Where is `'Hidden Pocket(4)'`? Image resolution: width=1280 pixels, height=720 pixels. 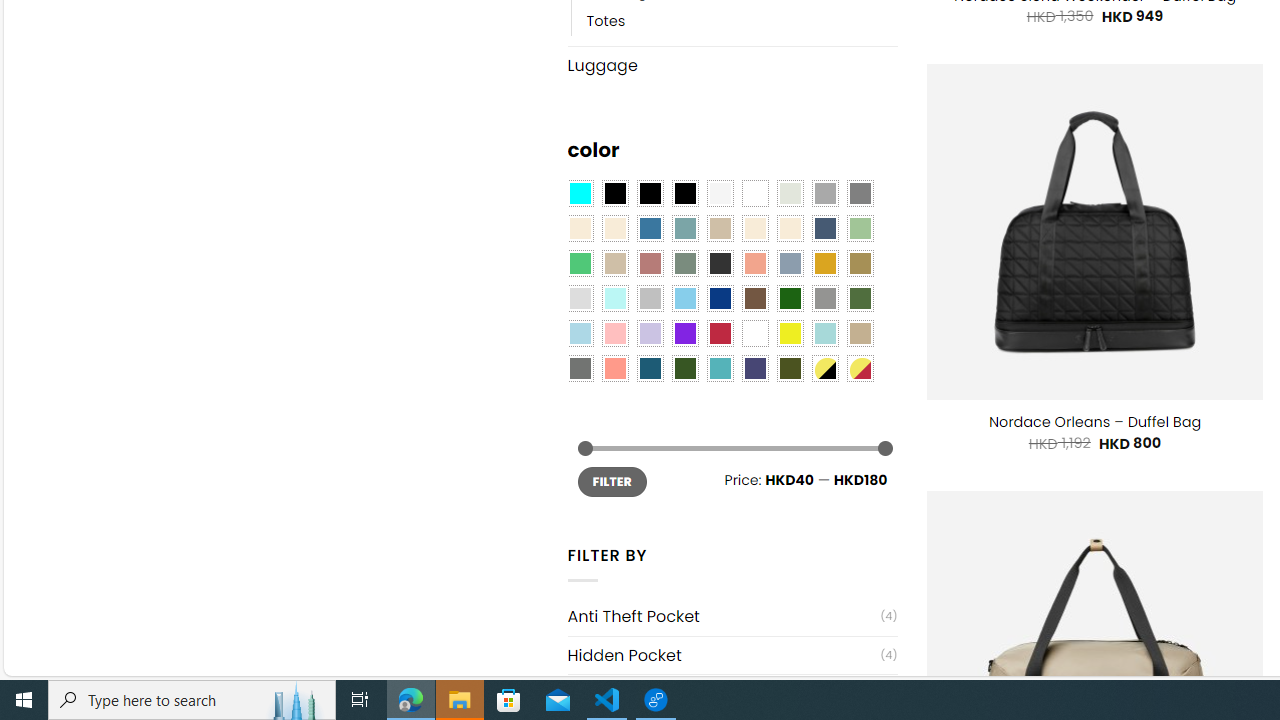
'Hidden Pocket(4)' is located at coordinates (731, 655).